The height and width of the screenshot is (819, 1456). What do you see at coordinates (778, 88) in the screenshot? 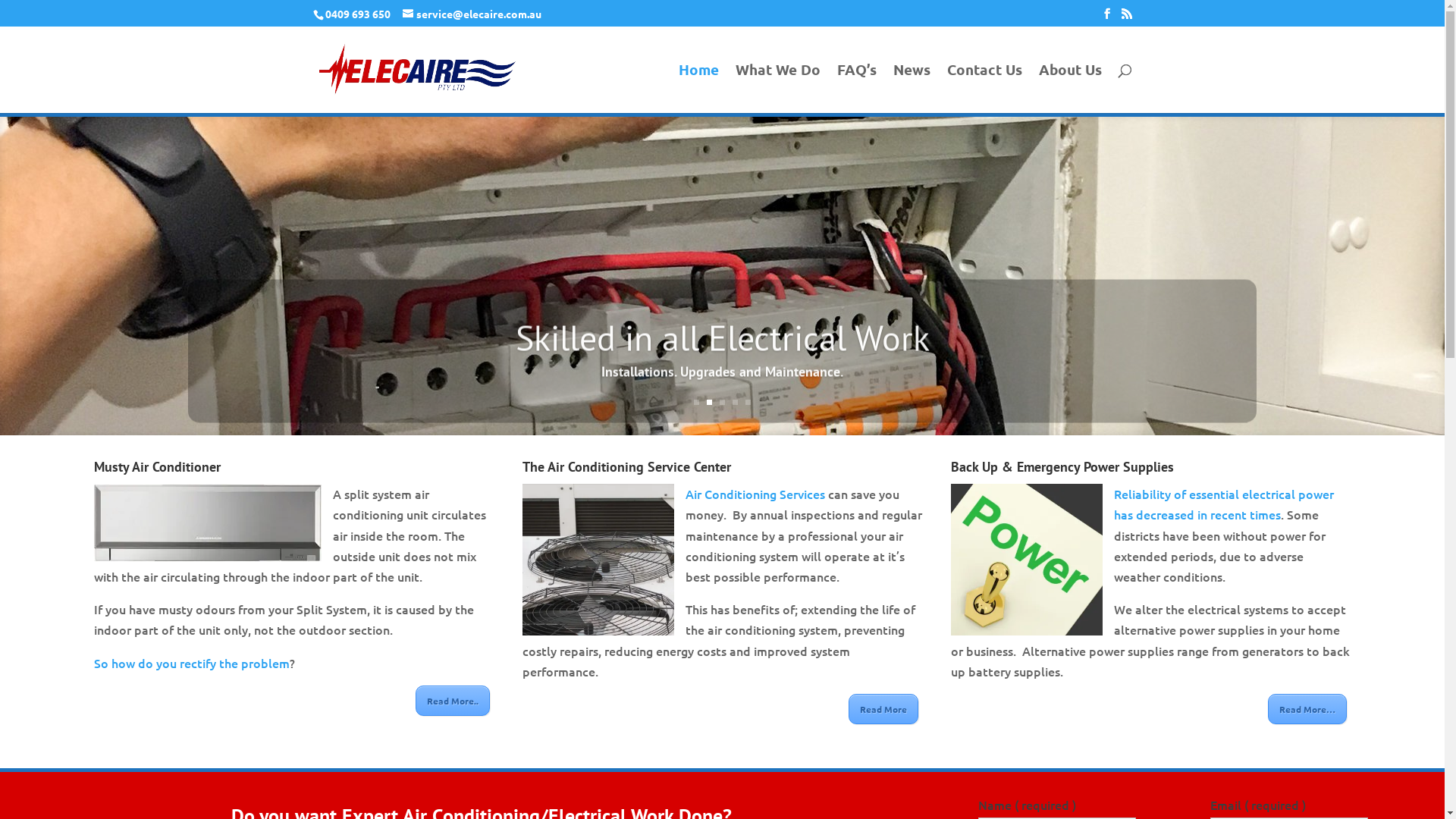
I see `'What We Do'` at bounding box center [778, 88].